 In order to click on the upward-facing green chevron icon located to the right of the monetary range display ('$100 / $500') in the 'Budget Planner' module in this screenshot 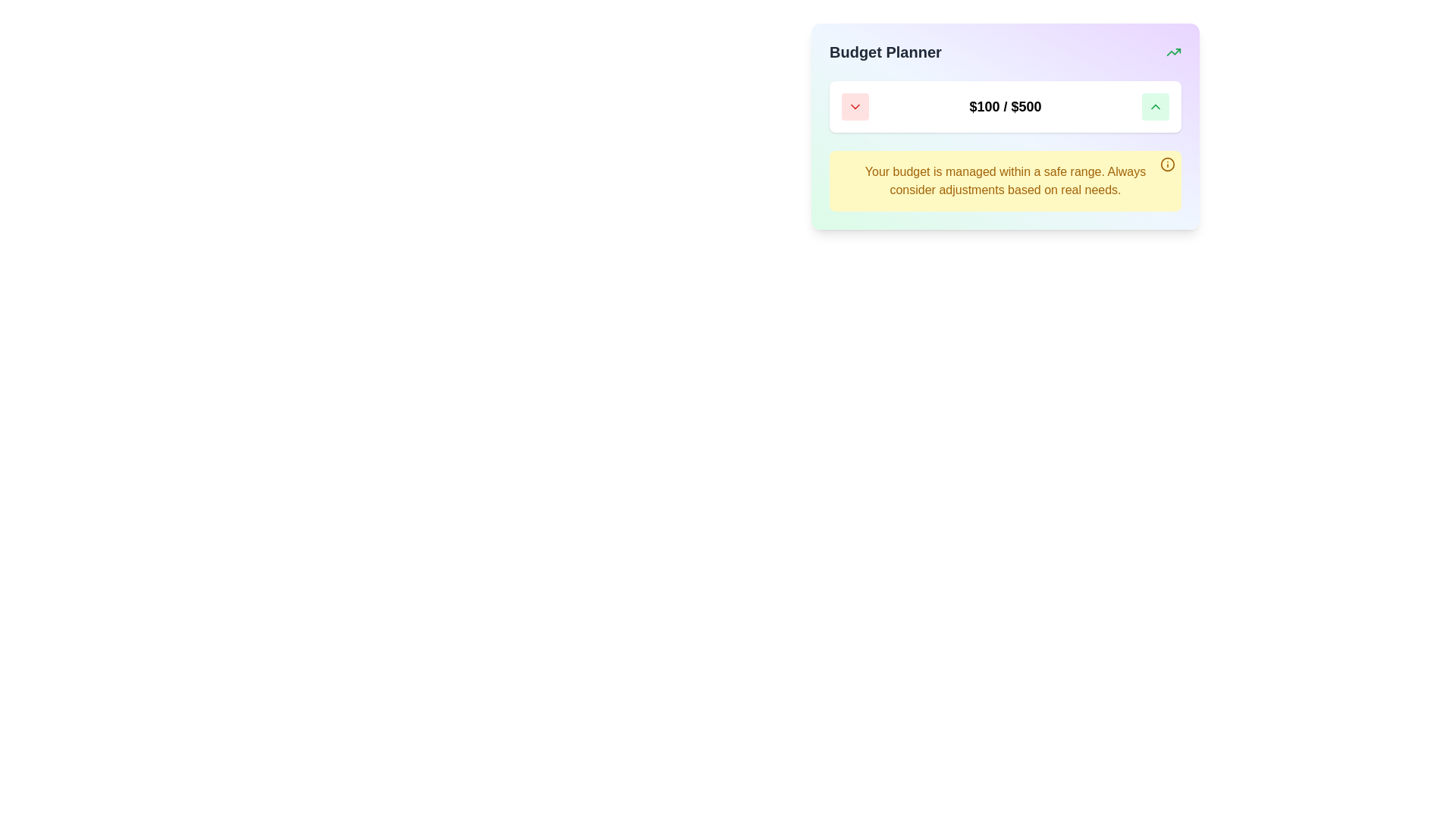, I will do `click(1154, 106)`.